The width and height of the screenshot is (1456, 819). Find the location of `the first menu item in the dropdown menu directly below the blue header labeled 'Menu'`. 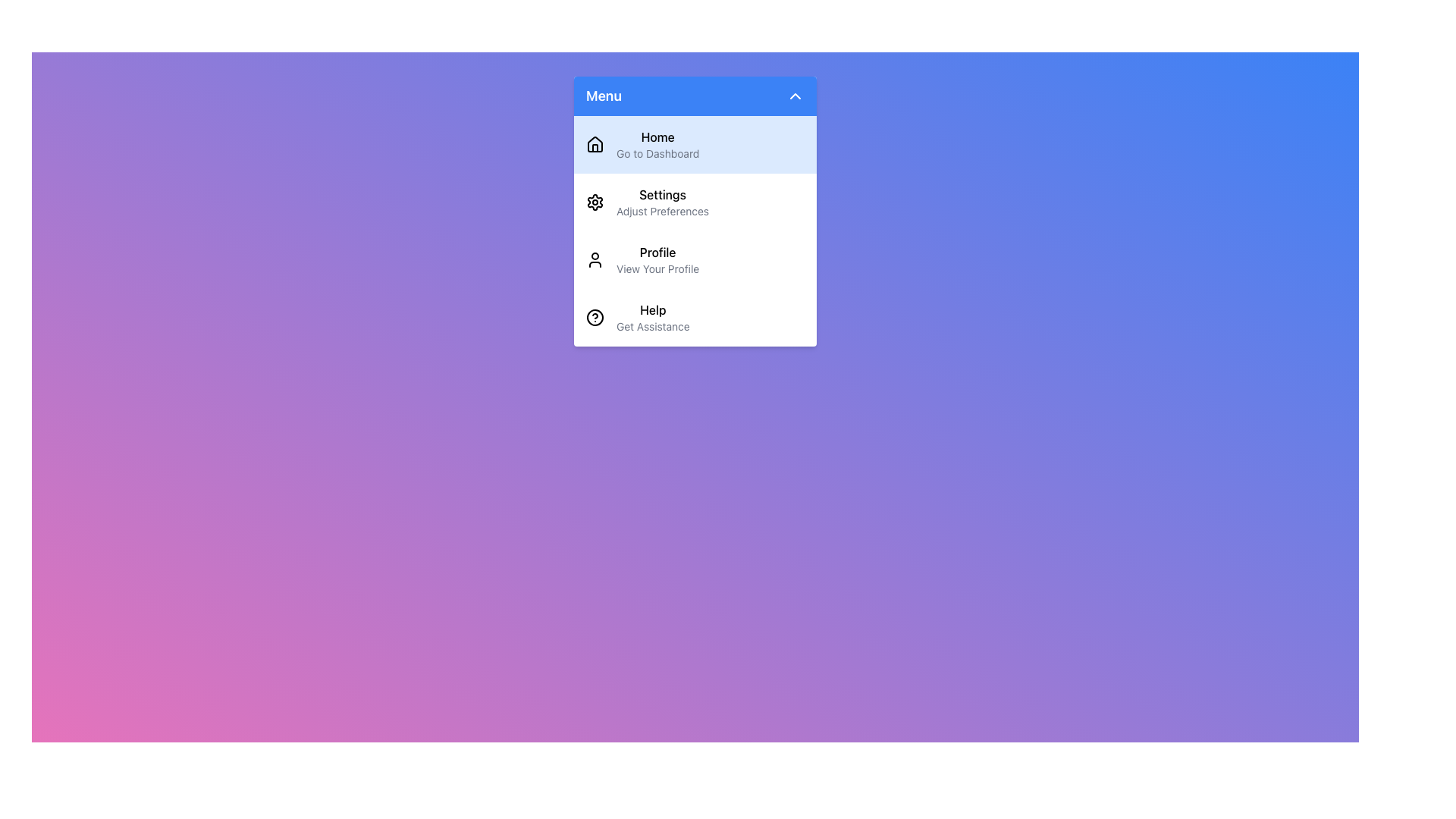

the first menu item in the dropdown menu directly below the blue header labeled 'Menu' is located at coordinates (694, 145).